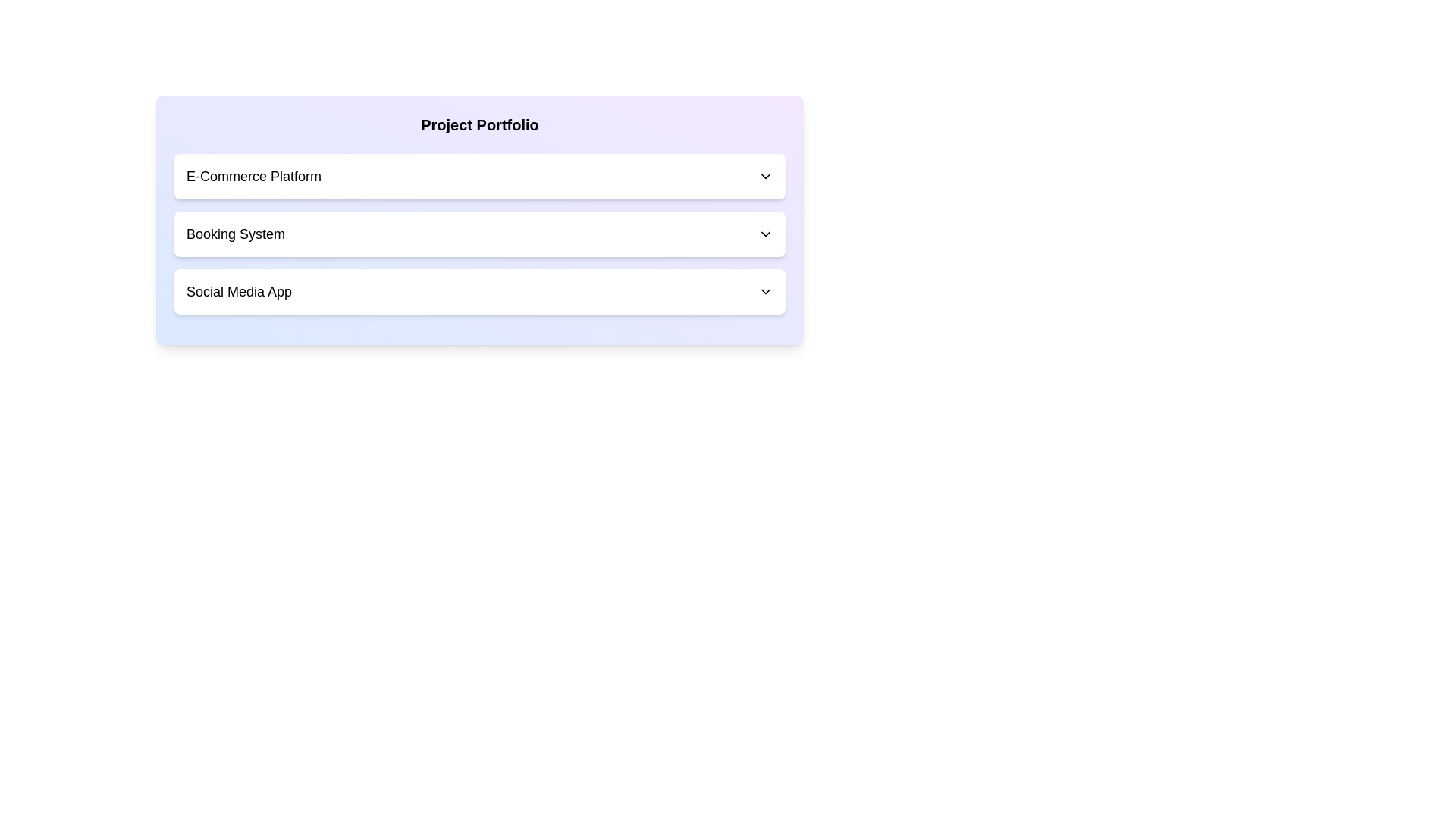 This screenshot has width=1456, height=819. What do you see at coordinates (479, 234) in the screenshot?
I see `the 'Booking System' dropdown menu trigger` at bounding box center [479, 234].